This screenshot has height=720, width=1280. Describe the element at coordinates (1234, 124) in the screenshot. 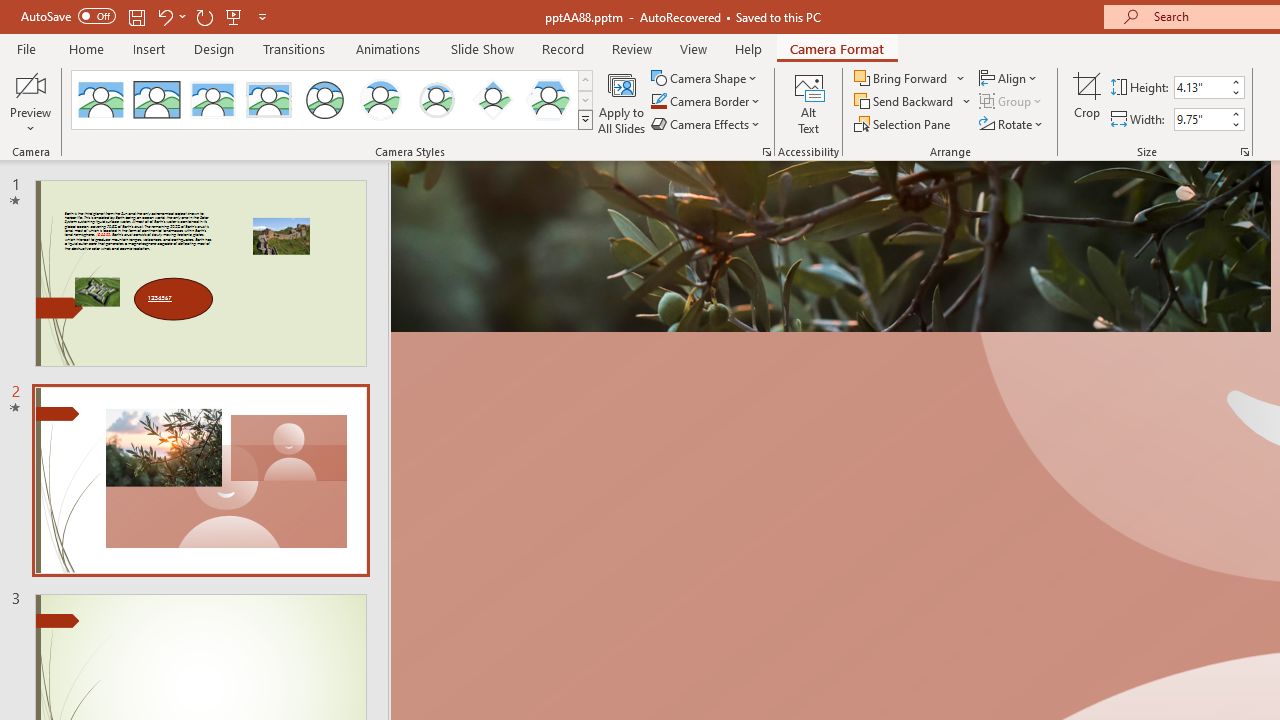

I see `'Less'` at that location.